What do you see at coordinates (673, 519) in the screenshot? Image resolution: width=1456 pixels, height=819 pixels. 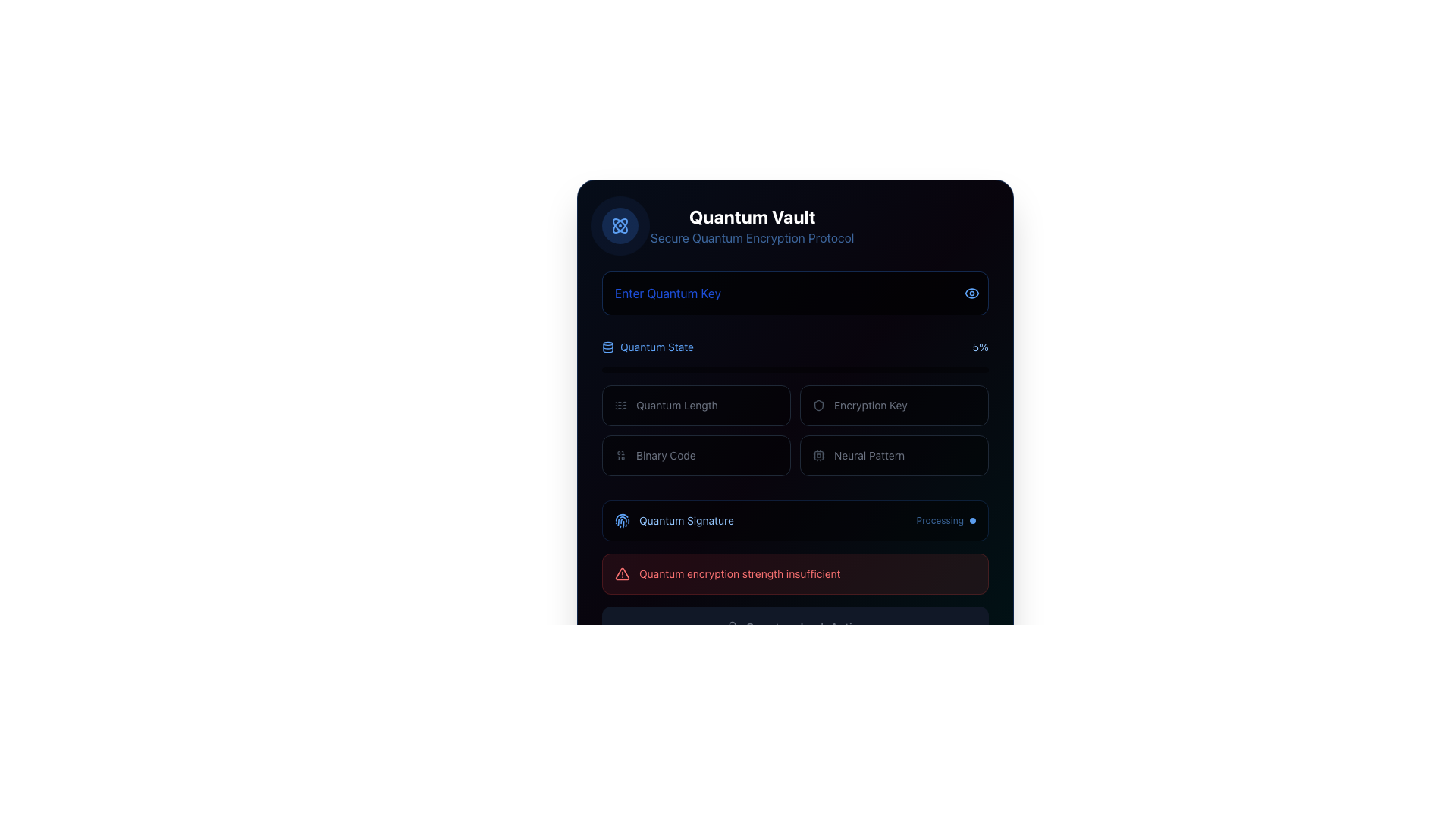 I see `the Text label indicating 'Quantum Signature'` at bounding box center [673, 519].